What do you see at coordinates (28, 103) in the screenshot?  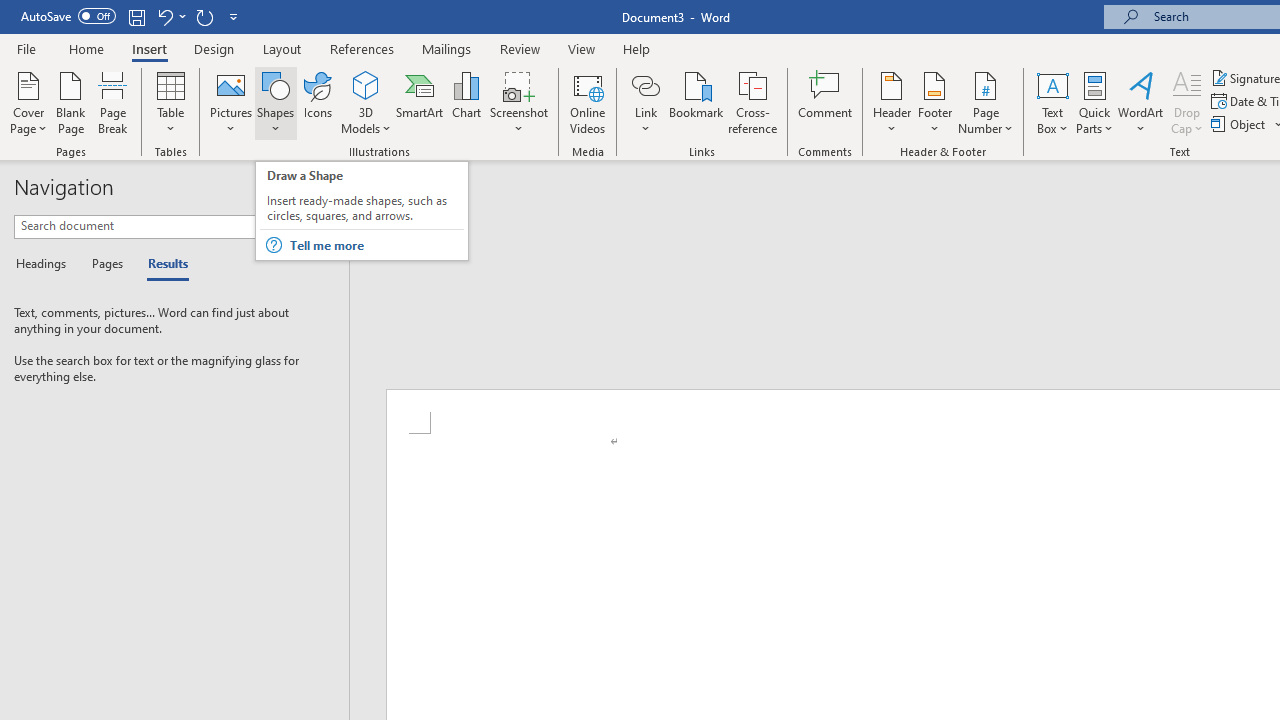 I see `'Cover Page'` at bounding box center [28, 103].